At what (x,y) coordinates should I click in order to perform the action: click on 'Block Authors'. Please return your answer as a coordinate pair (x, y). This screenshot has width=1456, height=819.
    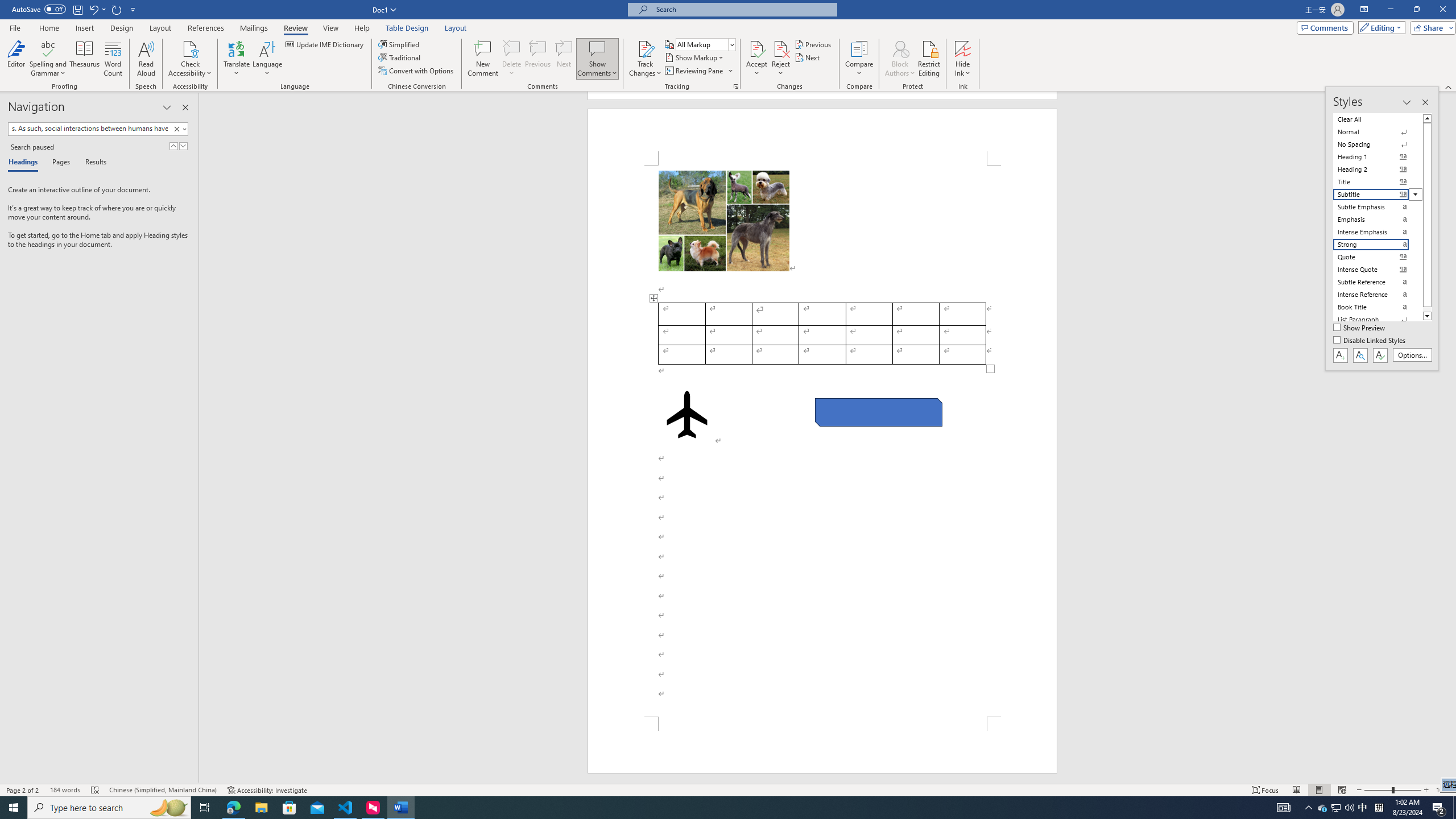
    Looking at the image, I should click on (900, 59).